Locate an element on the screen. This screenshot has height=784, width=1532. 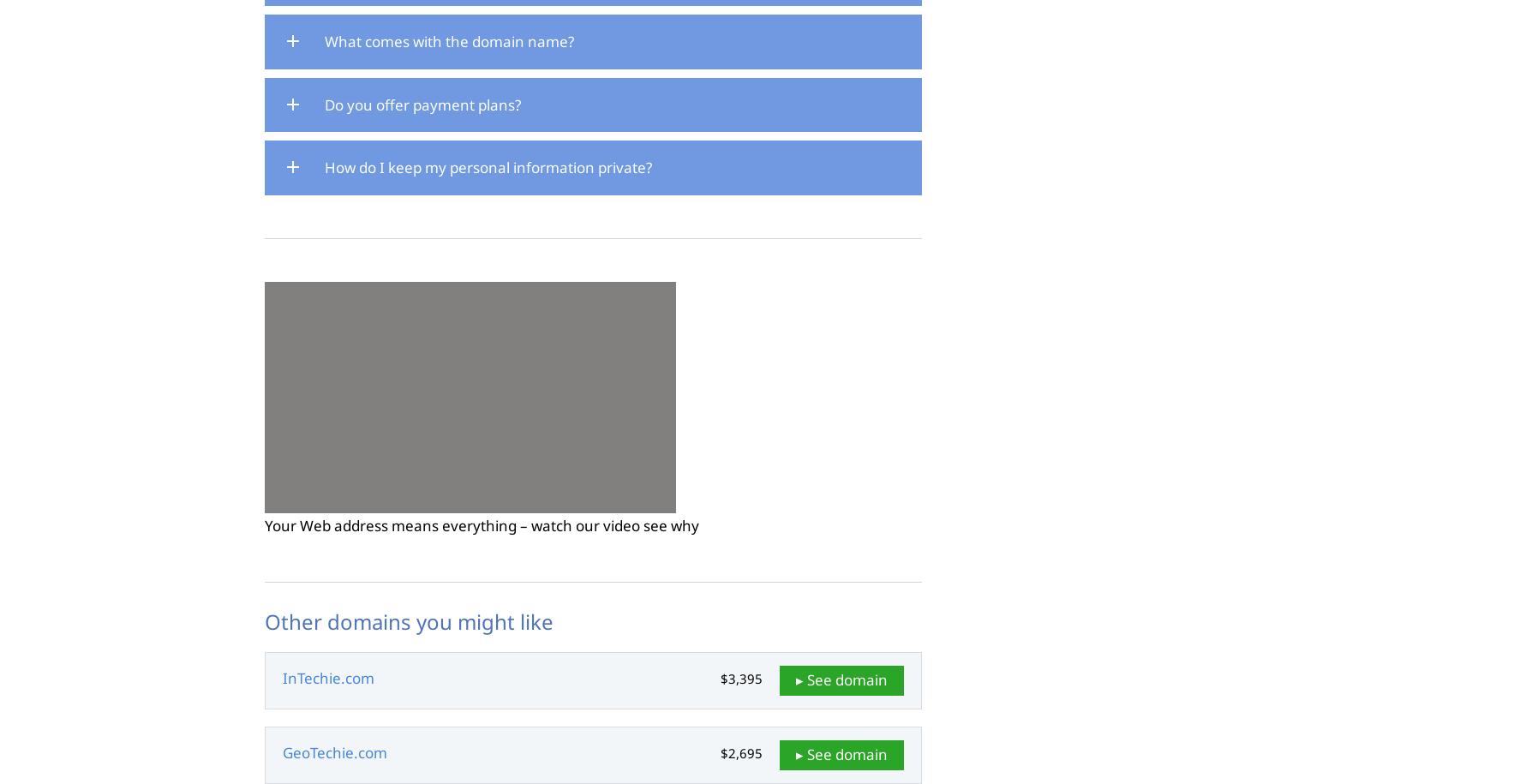
'InTechie.com' is located at coordinates (327, 677).